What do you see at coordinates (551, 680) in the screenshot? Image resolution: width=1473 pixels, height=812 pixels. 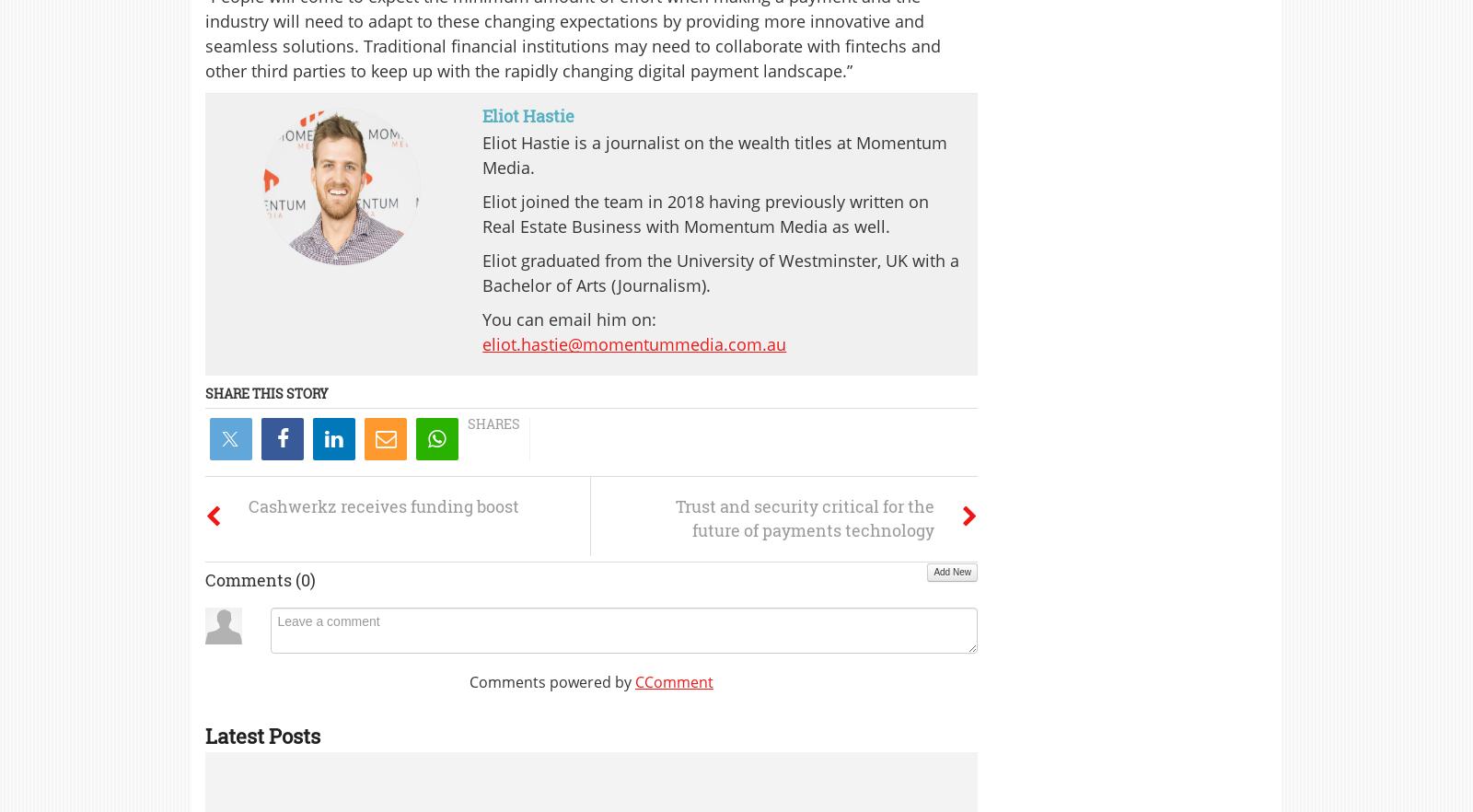 I see `'Comments powered by'` at bounding box center [551, 680].